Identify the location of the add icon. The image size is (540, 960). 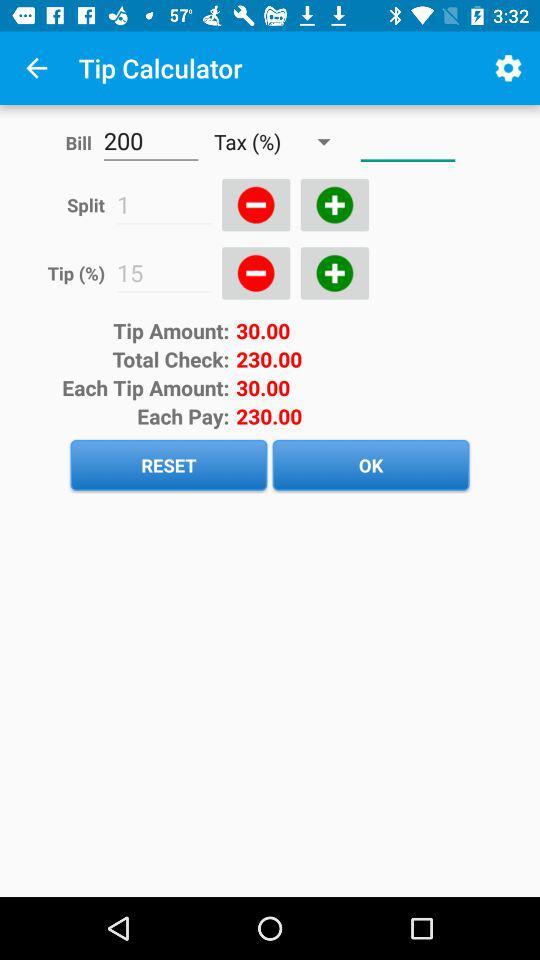
(334, 272).